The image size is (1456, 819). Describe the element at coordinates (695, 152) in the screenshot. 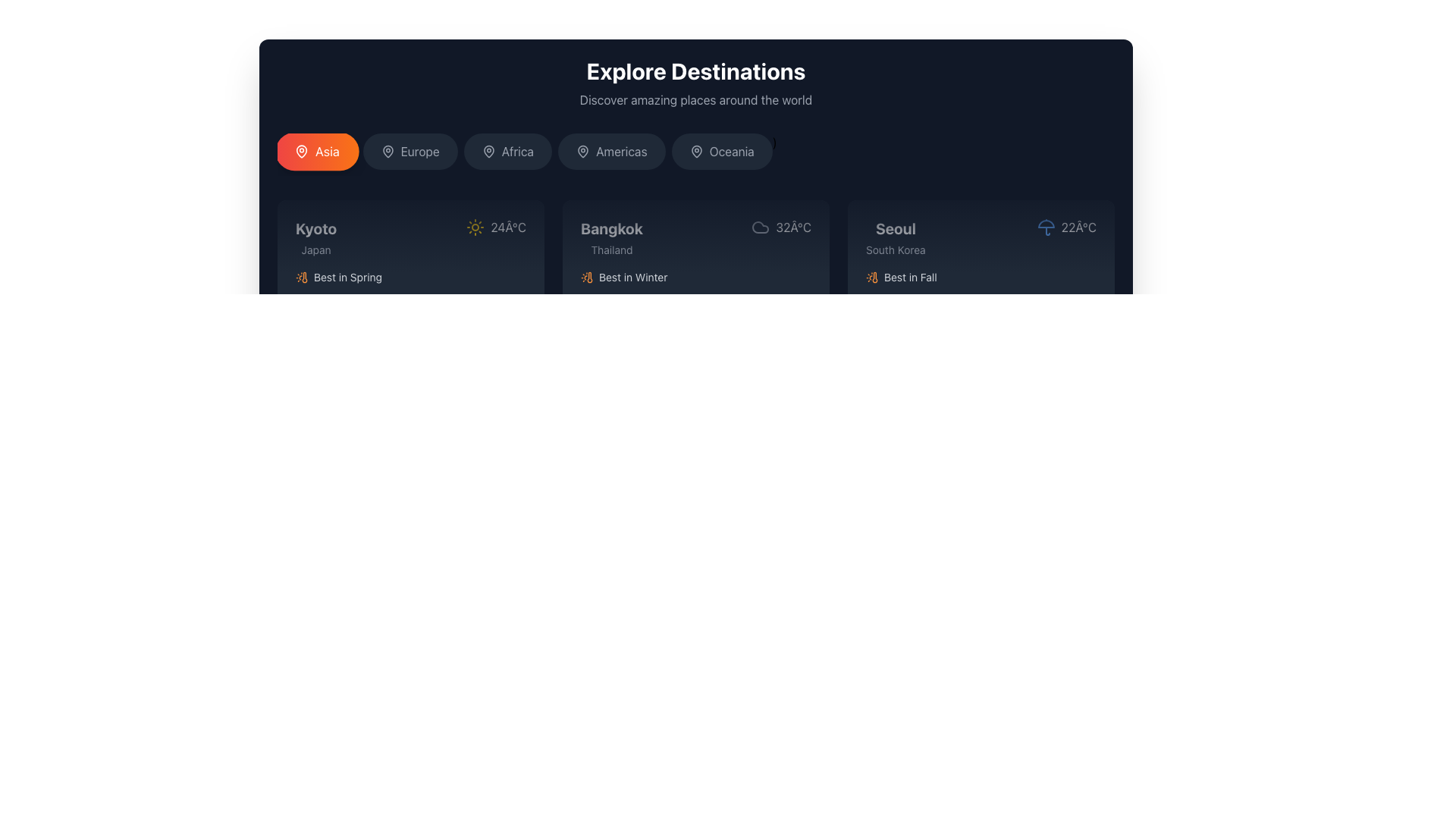

I see `the 'Oceania' button which contains the map pin icon indicating a location marker` at that location.